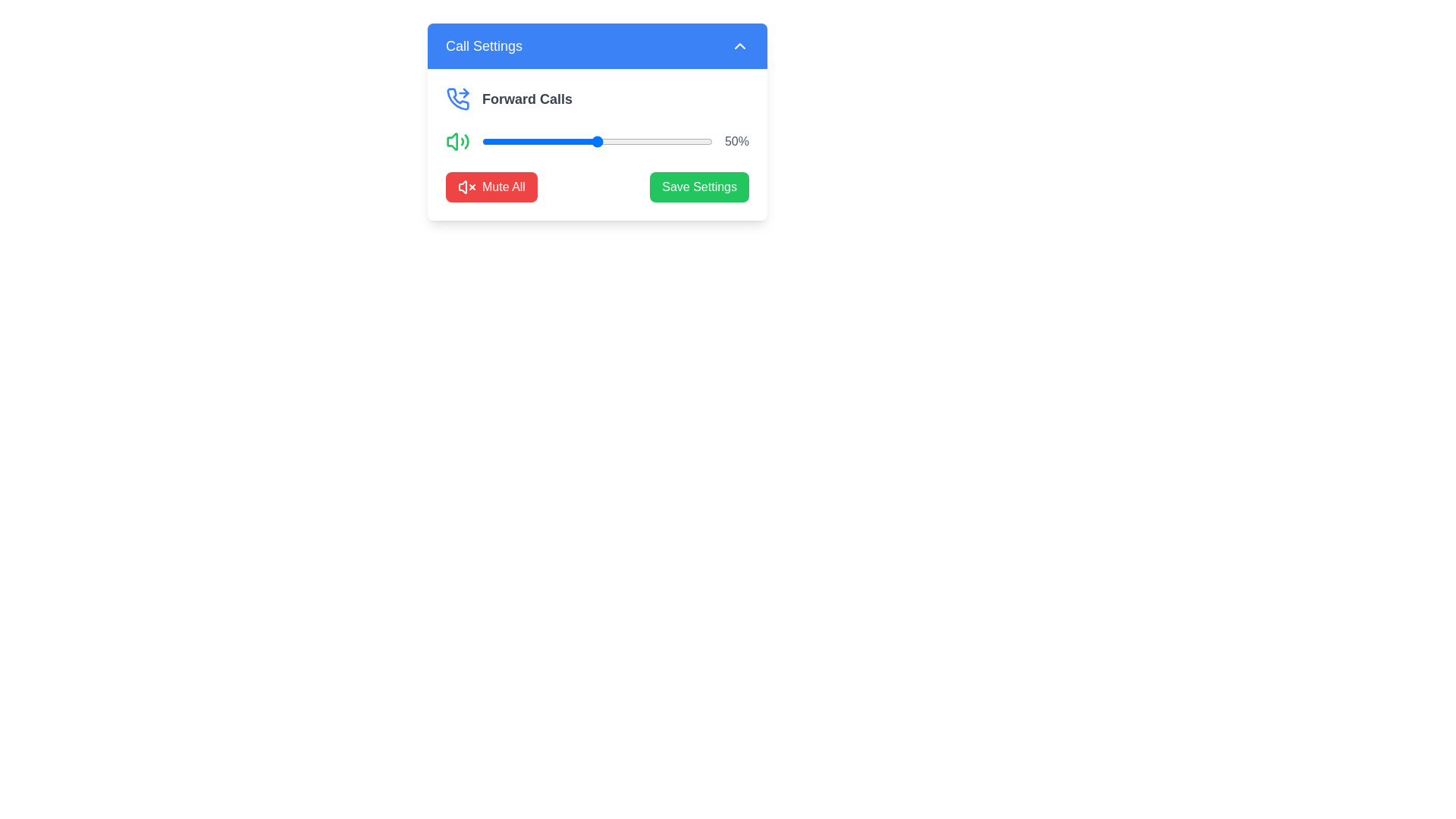 This screenshot has height=819, width=1456. Describe the element at coordinates (491, 141) in the screenshot. I see `the volume slider` at that location.